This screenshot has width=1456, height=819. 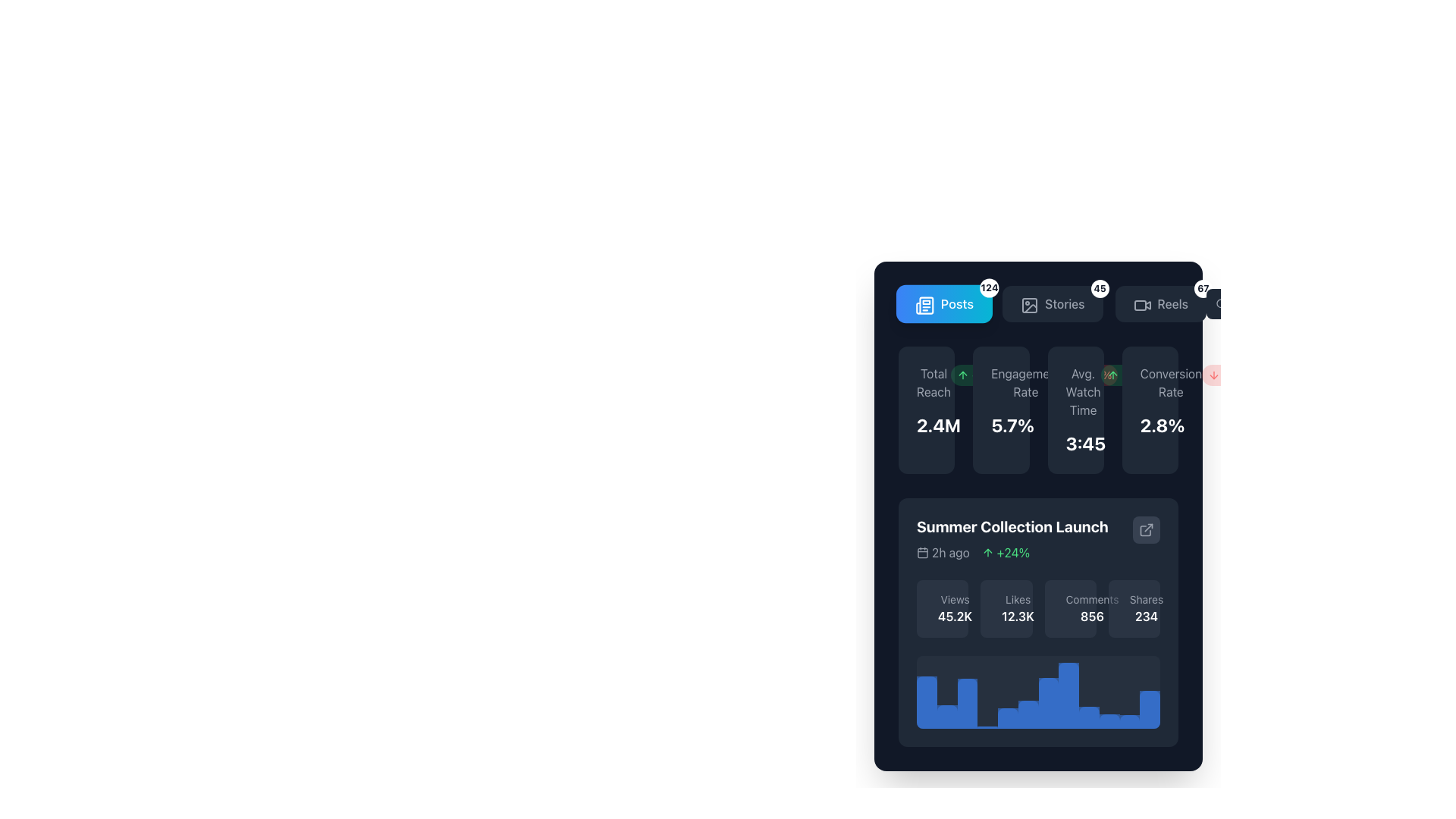 What do you see at coordinates (1147, 529) in the screenshot?
I see `the button located in the top-right corner of the 'Summer Collection Launch' section for accessibility purposes` at bounding box center [1147, 529].